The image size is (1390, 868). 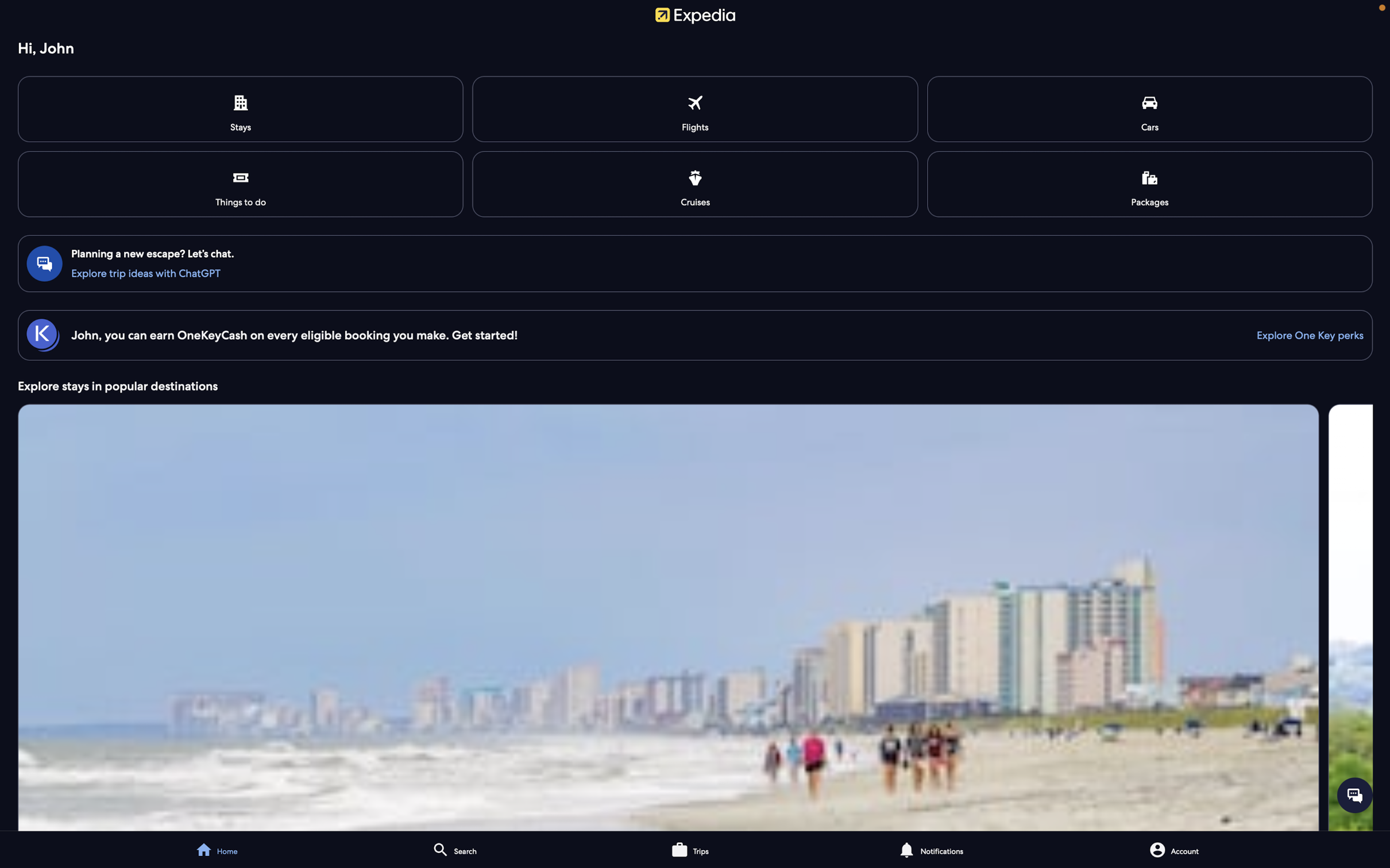 What do you see at coordinates (1354, 794) in the screenshot?
I see `Begin the live chat with the helpdesk representative` at bounding box center [1354, 794].